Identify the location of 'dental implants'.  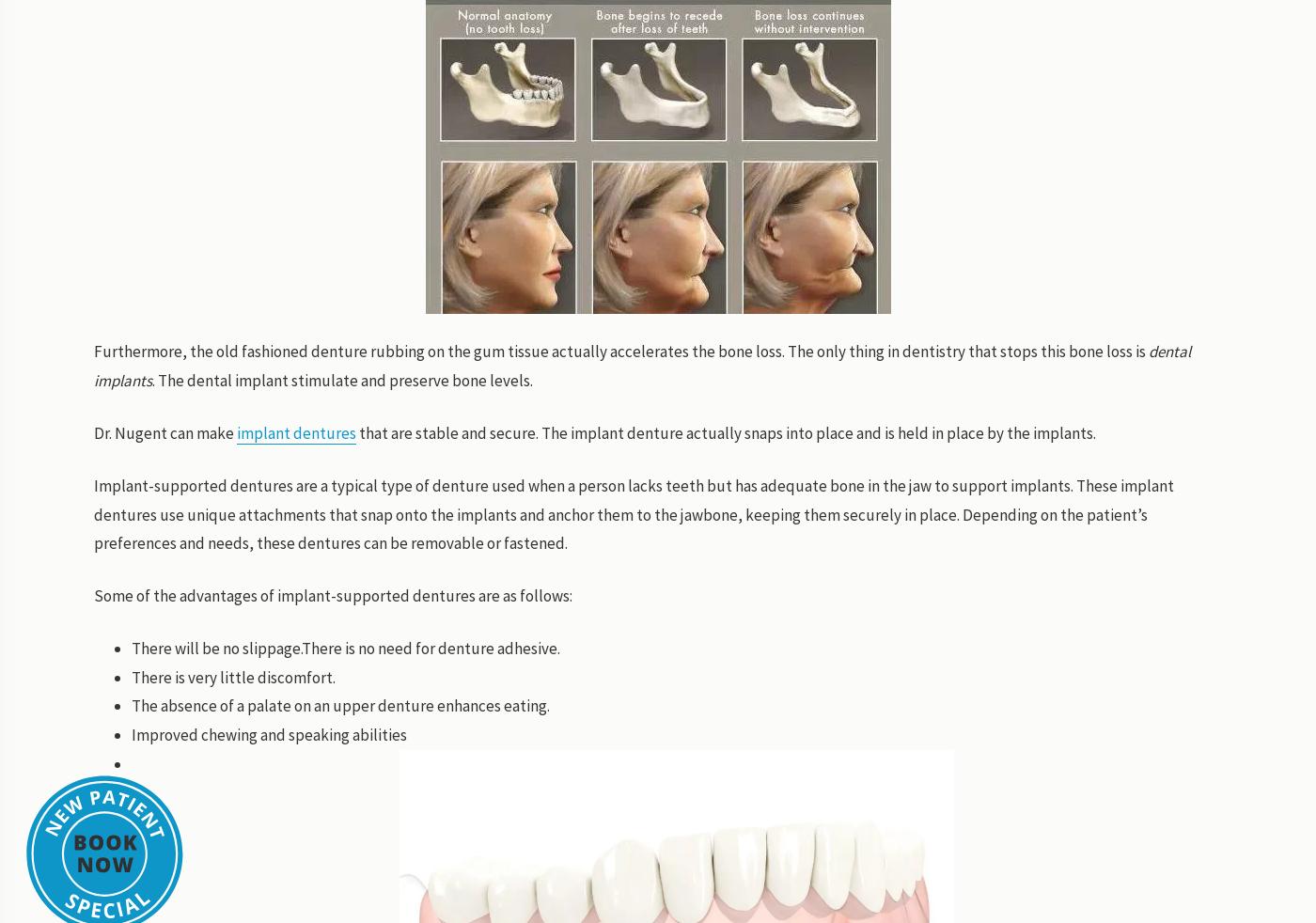
(642, 365).